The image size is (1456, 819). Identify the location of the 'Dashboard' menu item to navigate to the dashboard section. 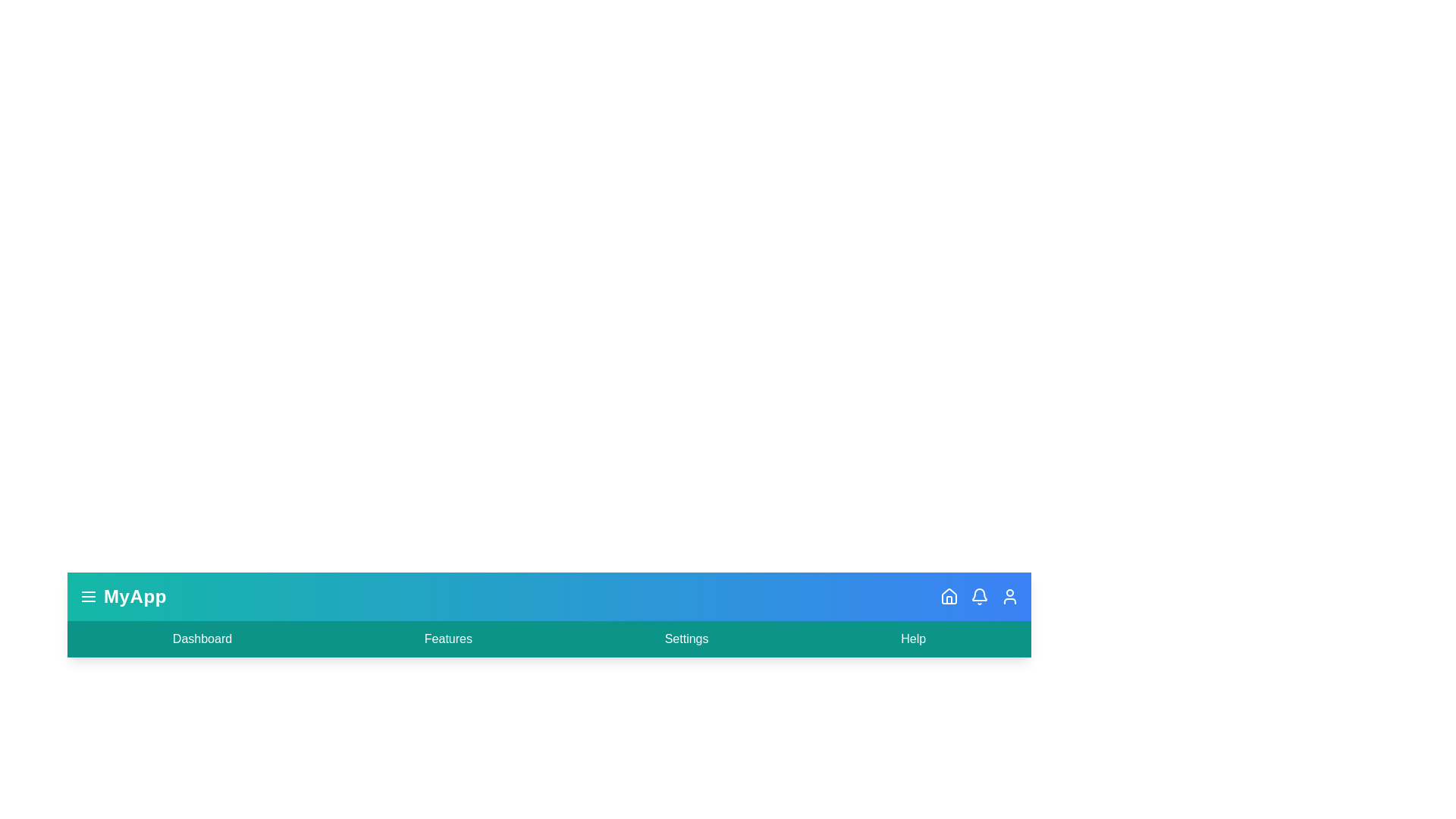
(202, 639).